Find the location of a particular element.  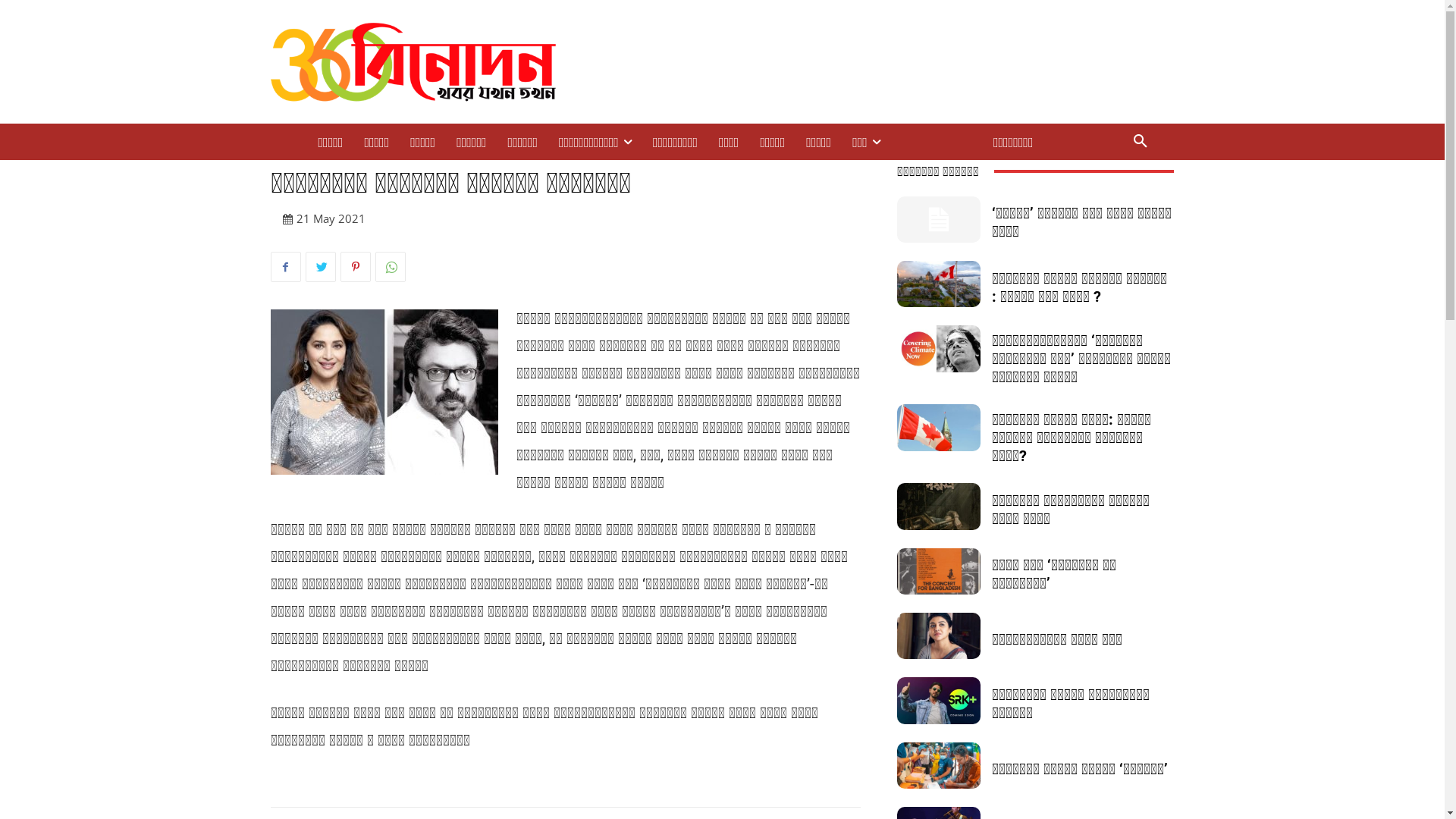

'Pinterest' is located at coordinates (353, 265).